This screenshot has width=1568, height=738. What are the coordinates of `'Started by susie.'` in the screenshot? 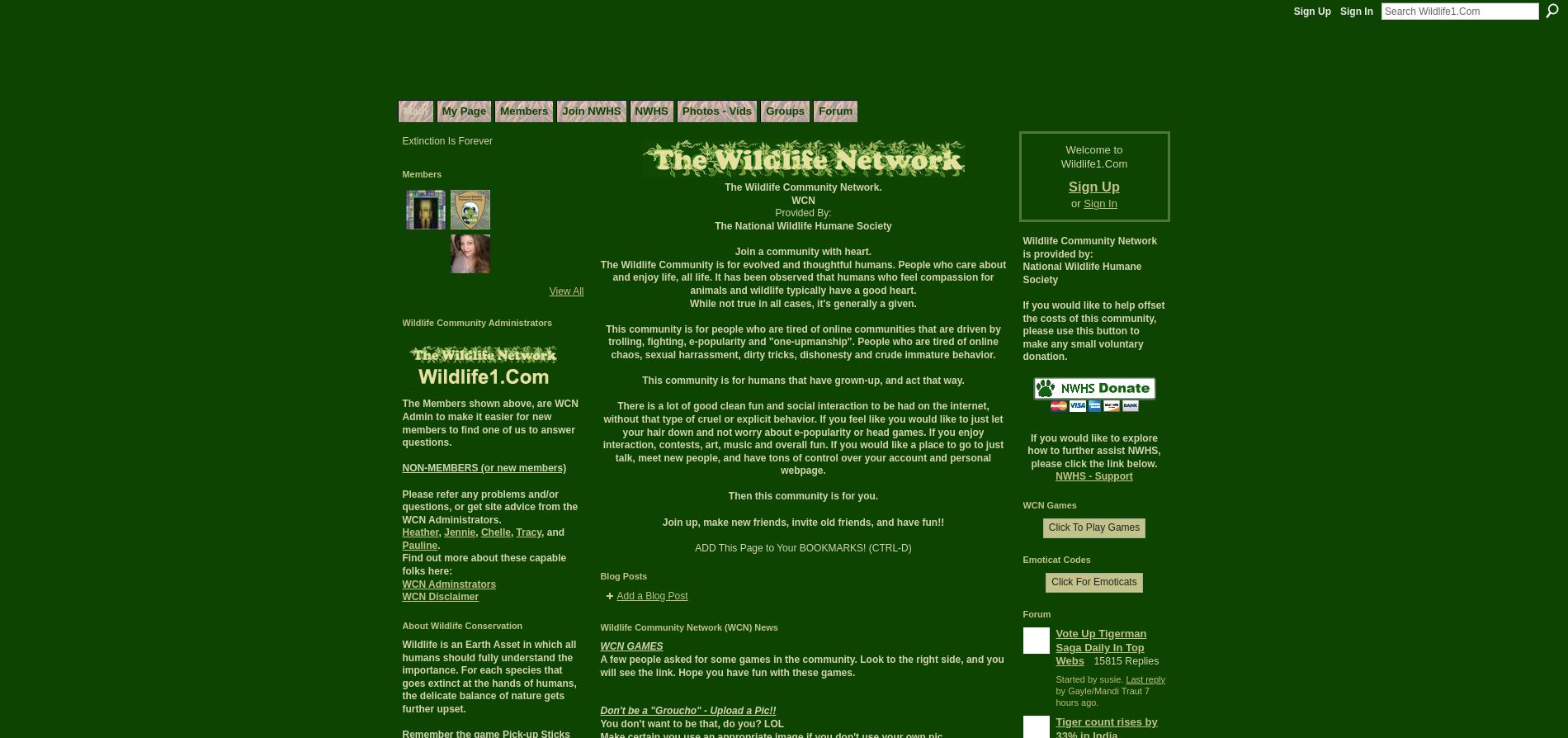 It's located at (1055, 678).